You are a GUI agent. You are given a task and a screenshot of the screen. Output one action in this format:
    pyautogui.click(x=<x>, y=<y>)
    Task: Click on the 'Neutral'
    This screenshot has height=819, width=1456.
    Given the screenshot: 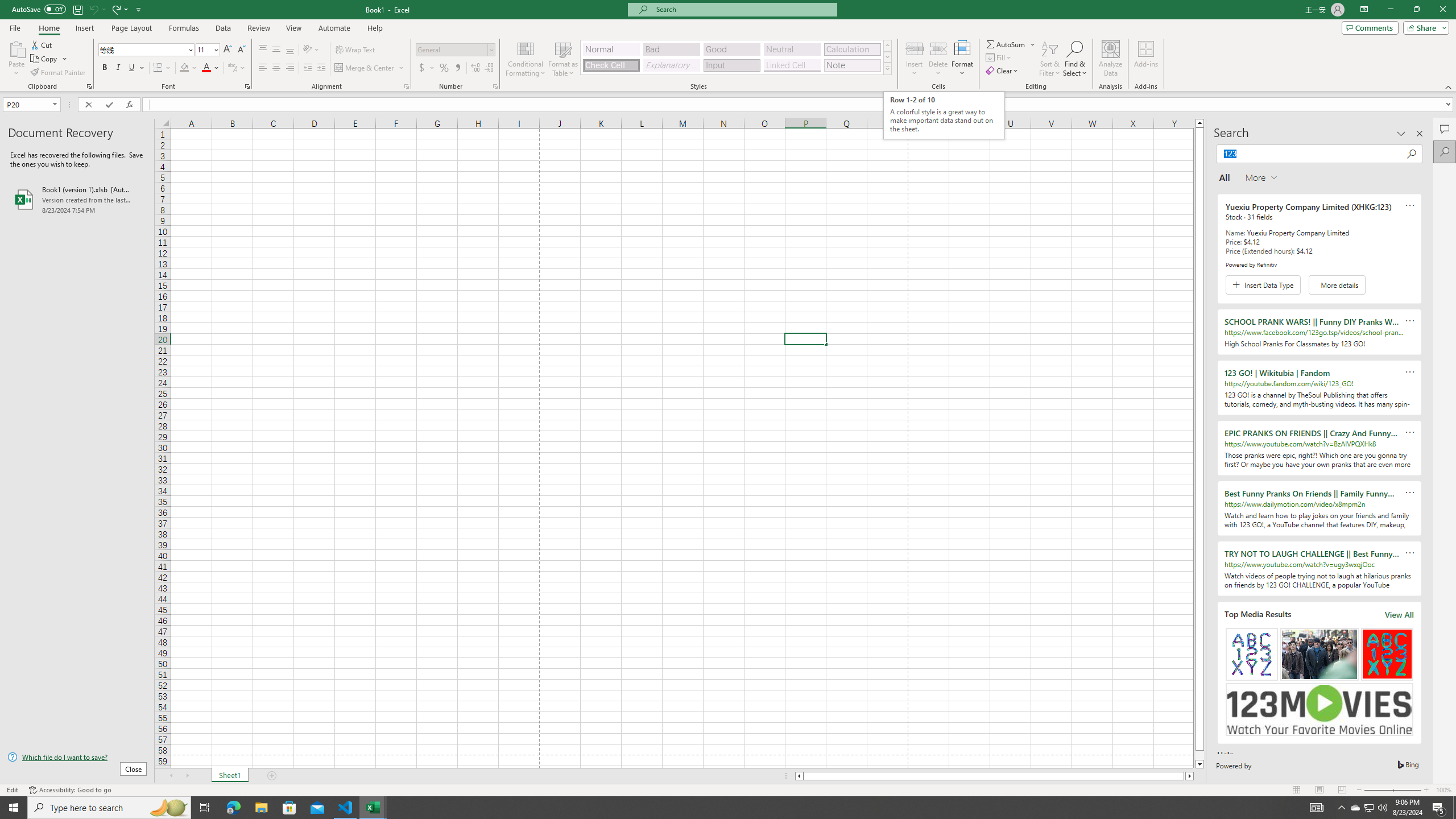 What is the action you would take?
    pyautogui.click(x=791, y=49)
    